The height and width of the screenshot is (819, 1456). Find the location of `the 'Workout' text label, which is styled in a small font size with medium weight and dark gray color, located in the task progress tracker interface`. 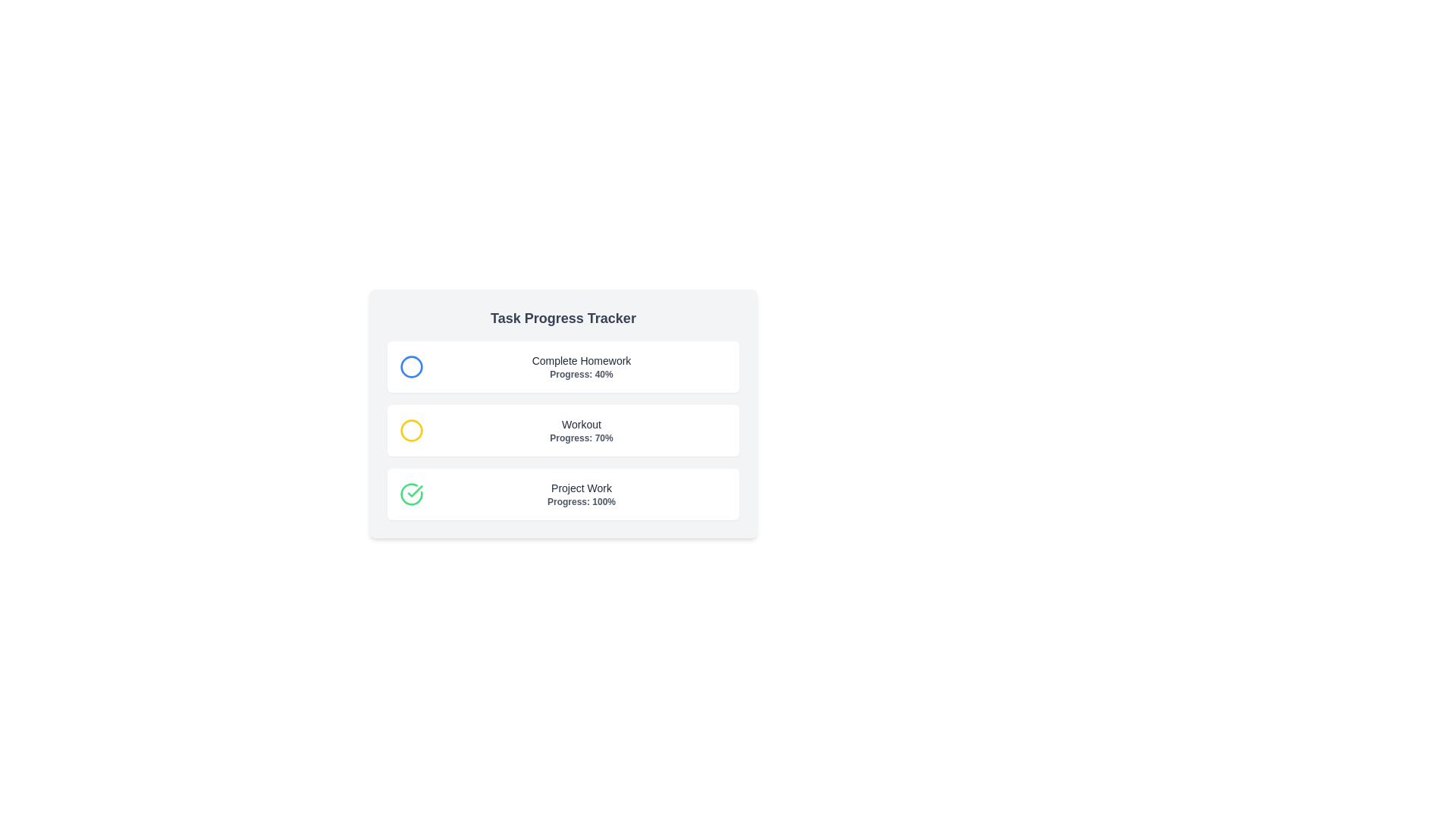

the 'Workout' text label, which is styled in a small font size with medium weight and dark gray color, located in the task progress tracker interface is located at coordinates (581, 424).